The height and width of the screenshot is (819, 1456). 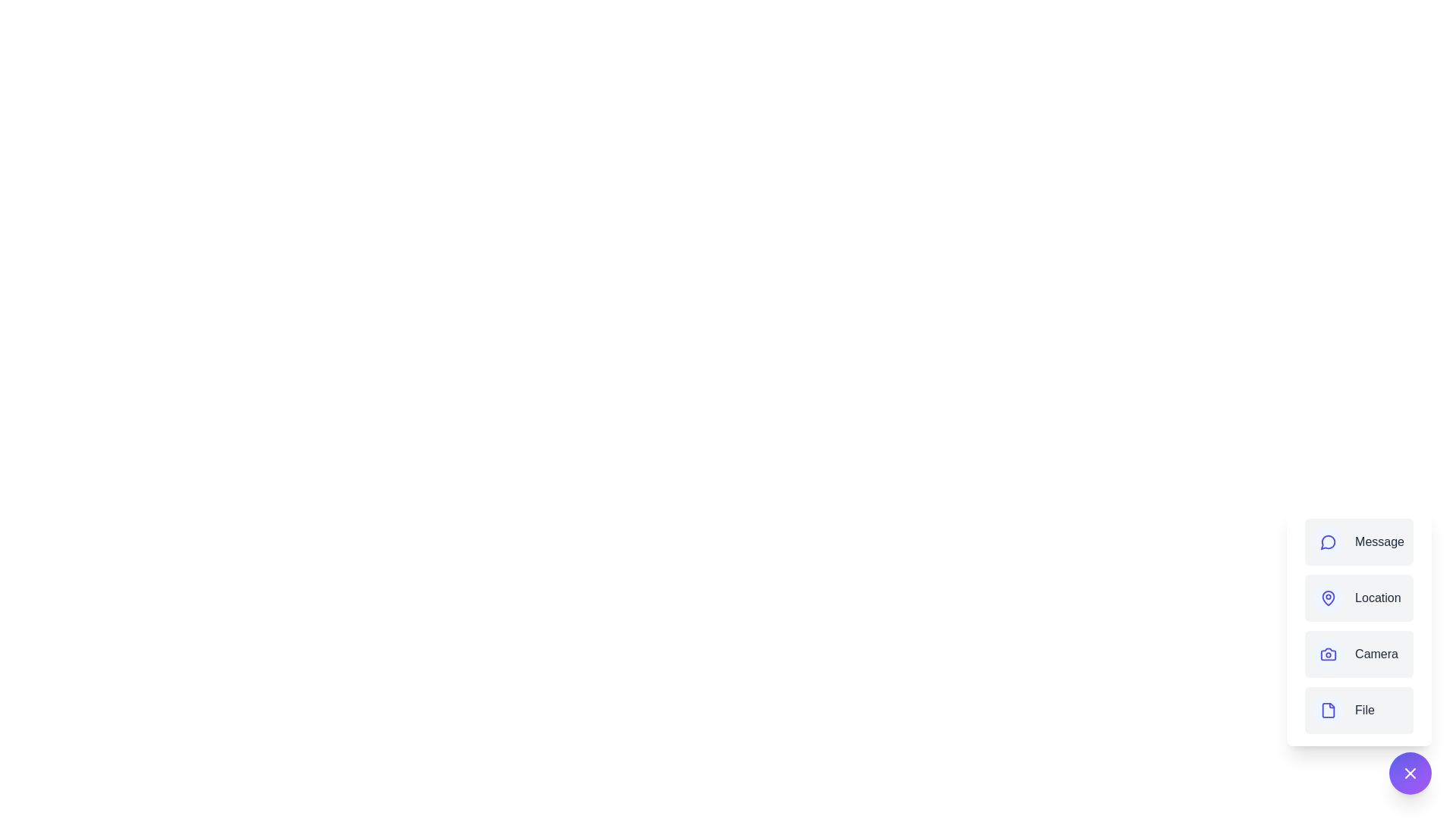 What do you see at coordinates (1359, 541) in the screenshot?
I see `the action labeled Message` at bounding box center [1359, 541].